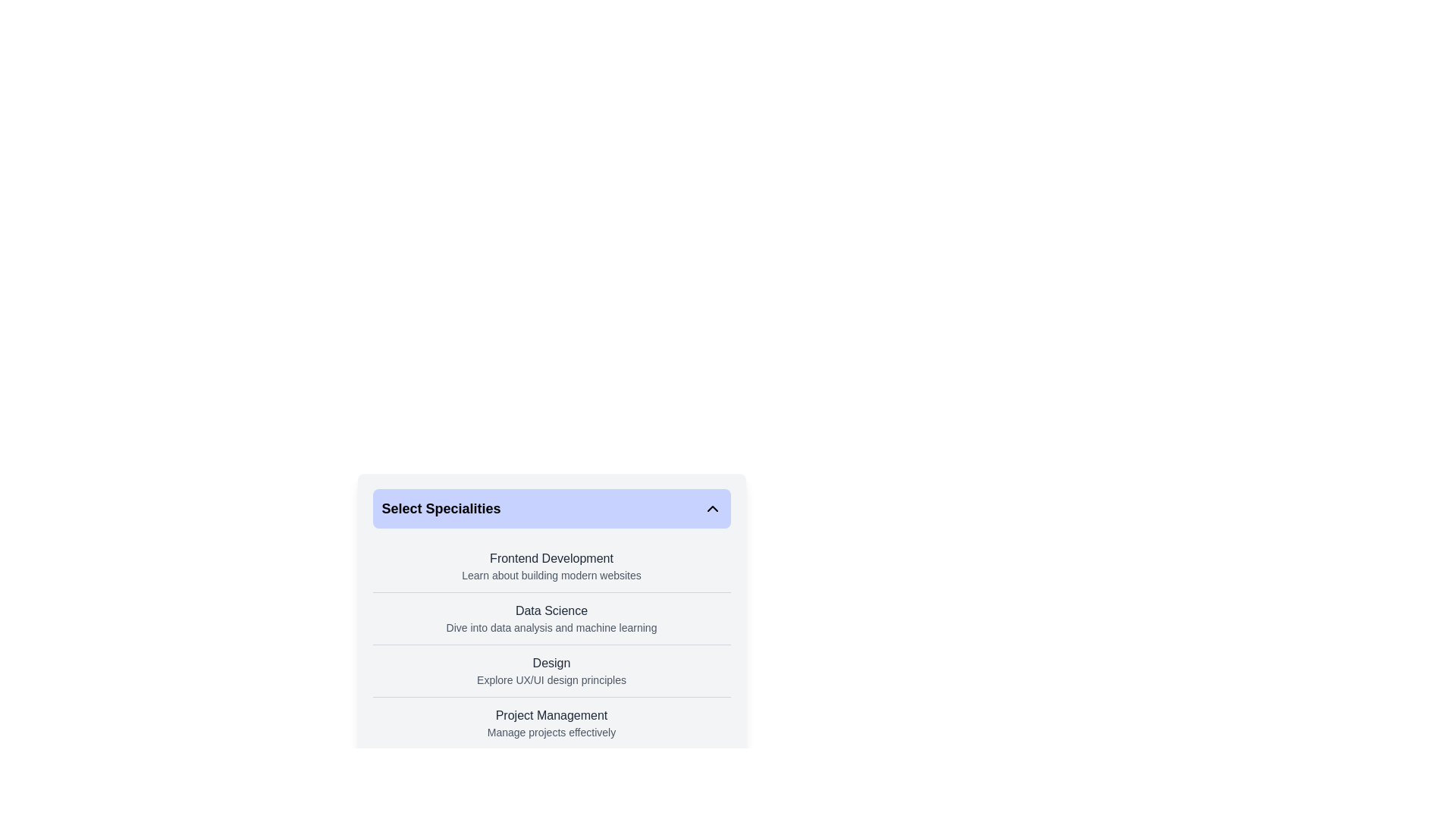  What do you see at coordinates (551, 628) in the screenshot?
I see `descriptive text located beneath the 'Data Science' heading in the 'Select Specialities' list, which provides details about the Data Science category` at bounding box center [551, 628].